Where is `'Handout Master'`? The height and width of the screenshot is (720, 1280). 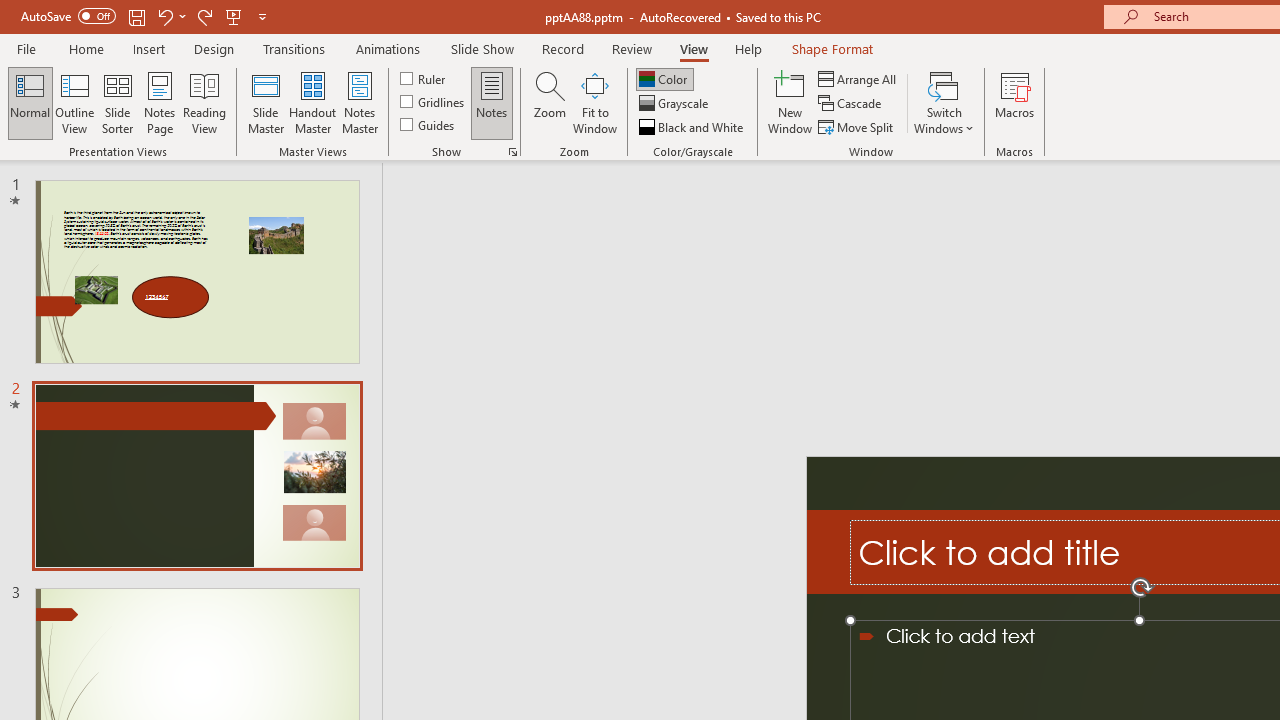 'Handout Master' is located at coordinates (311, 103).